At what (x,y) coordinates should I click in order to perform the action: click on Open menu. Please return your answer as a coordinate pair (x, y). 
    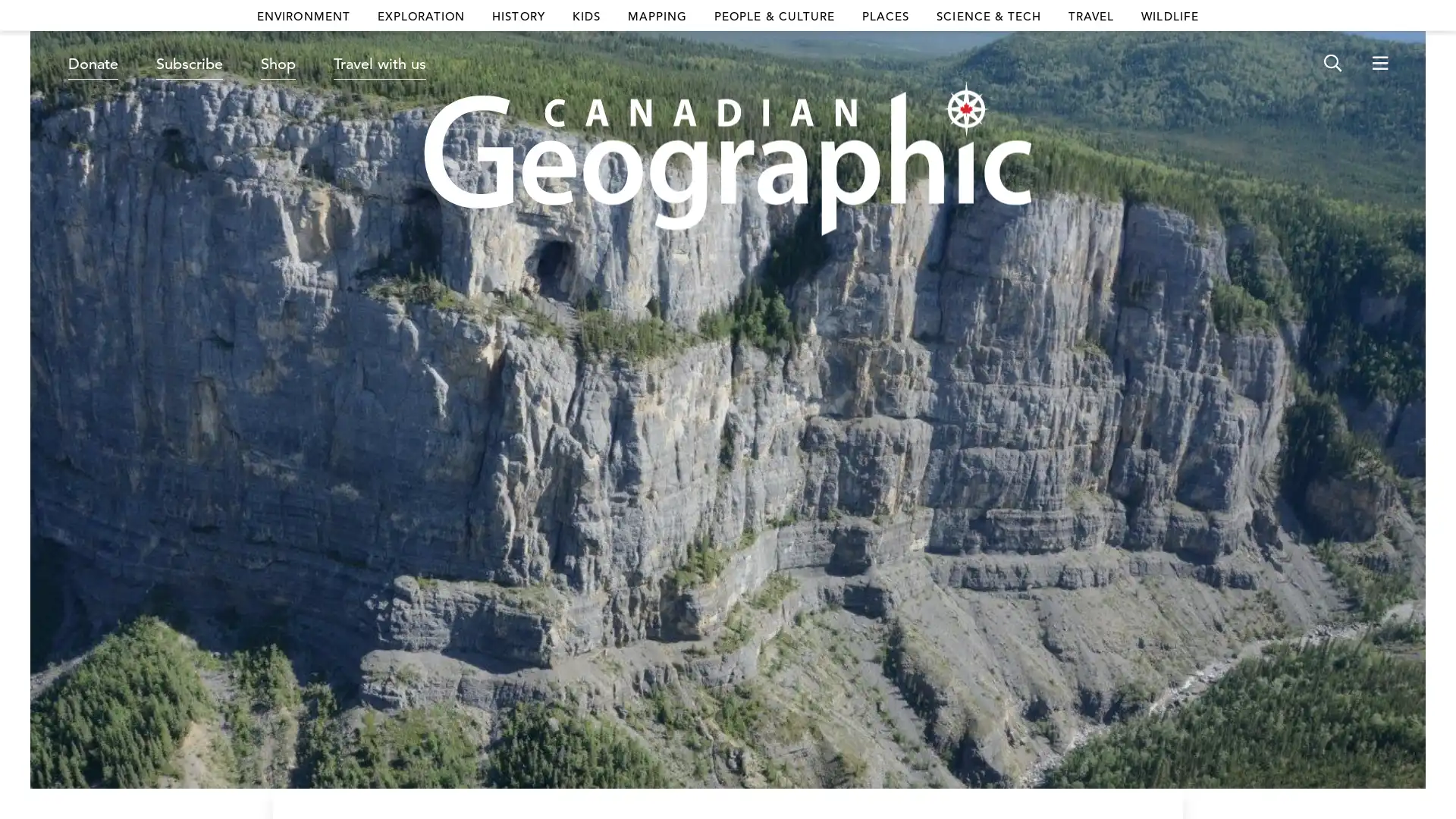
    Looking at the image, I should click on (1379, 63).